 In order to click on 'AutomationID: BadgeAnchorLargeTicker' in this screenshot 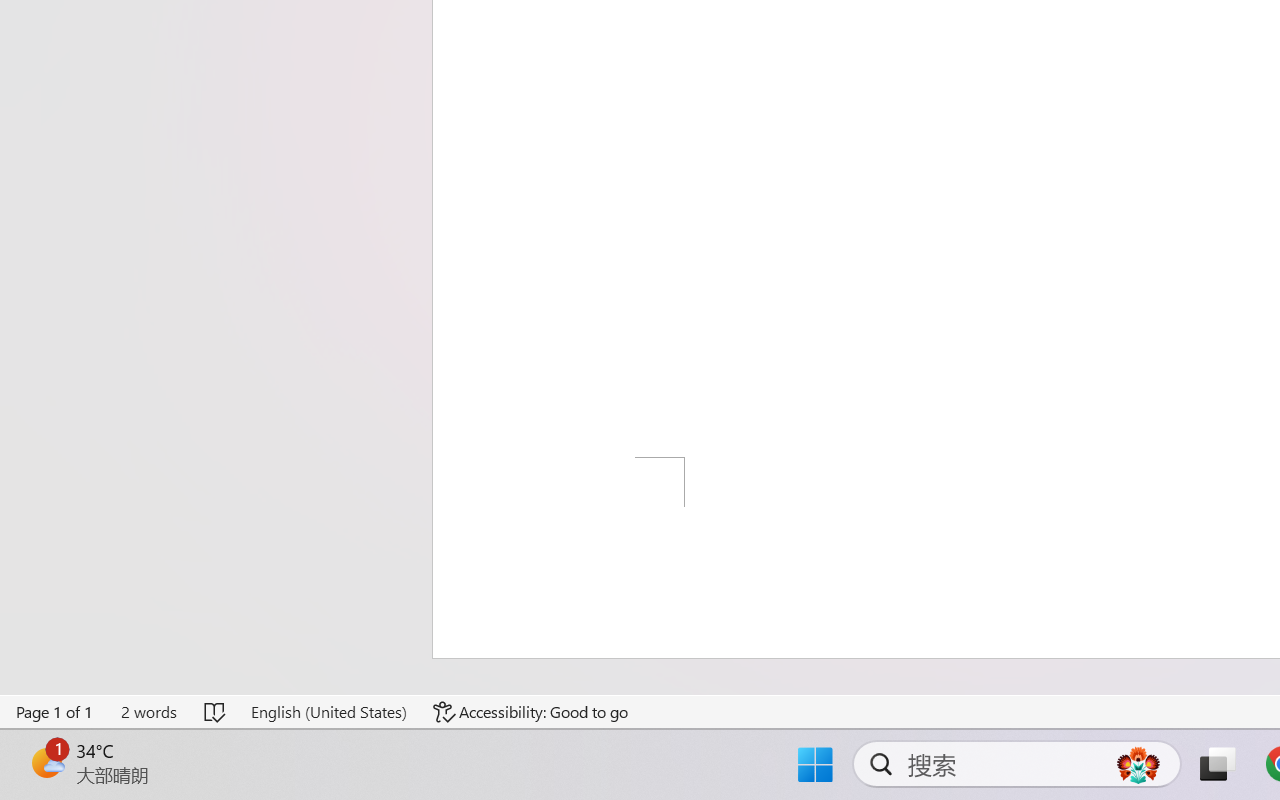, I will do `click(46, 762)`.